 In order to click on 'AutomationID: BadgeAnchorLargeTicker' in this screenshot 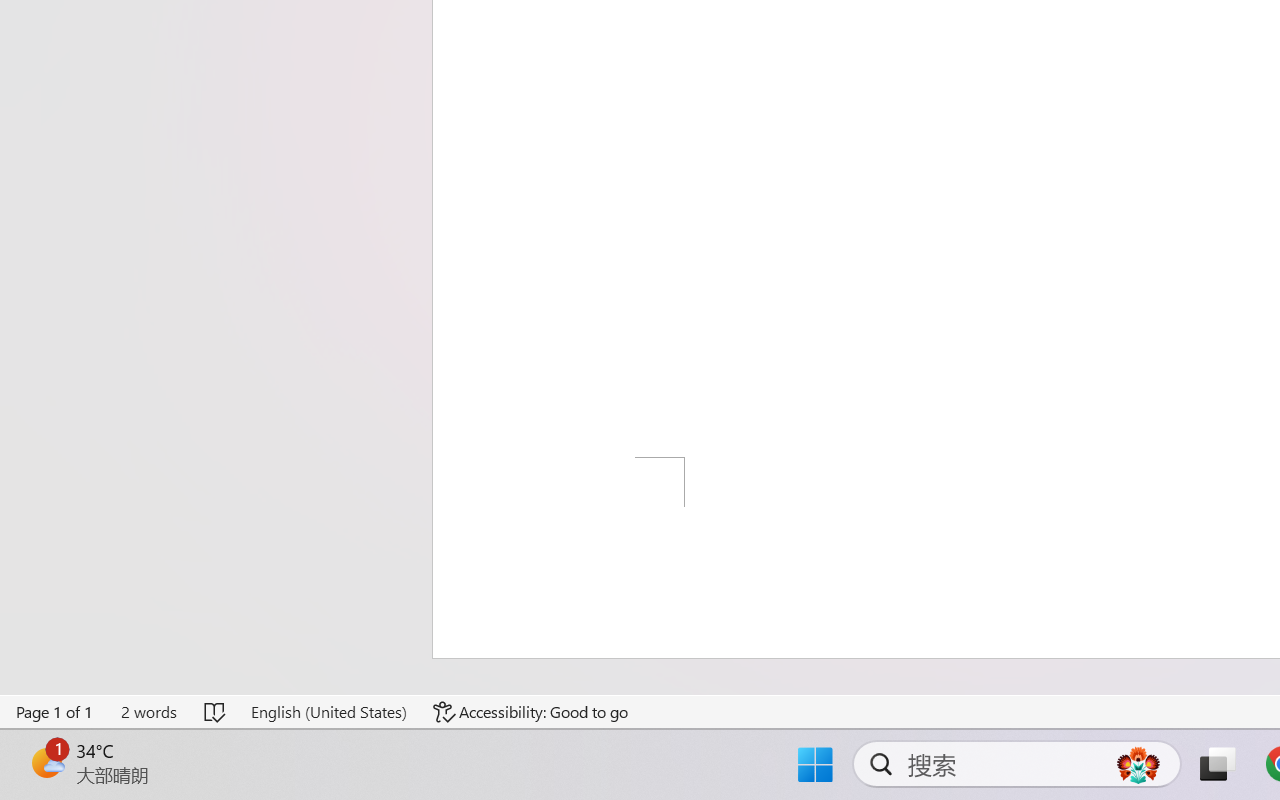, I will do `click(46, 762)`.